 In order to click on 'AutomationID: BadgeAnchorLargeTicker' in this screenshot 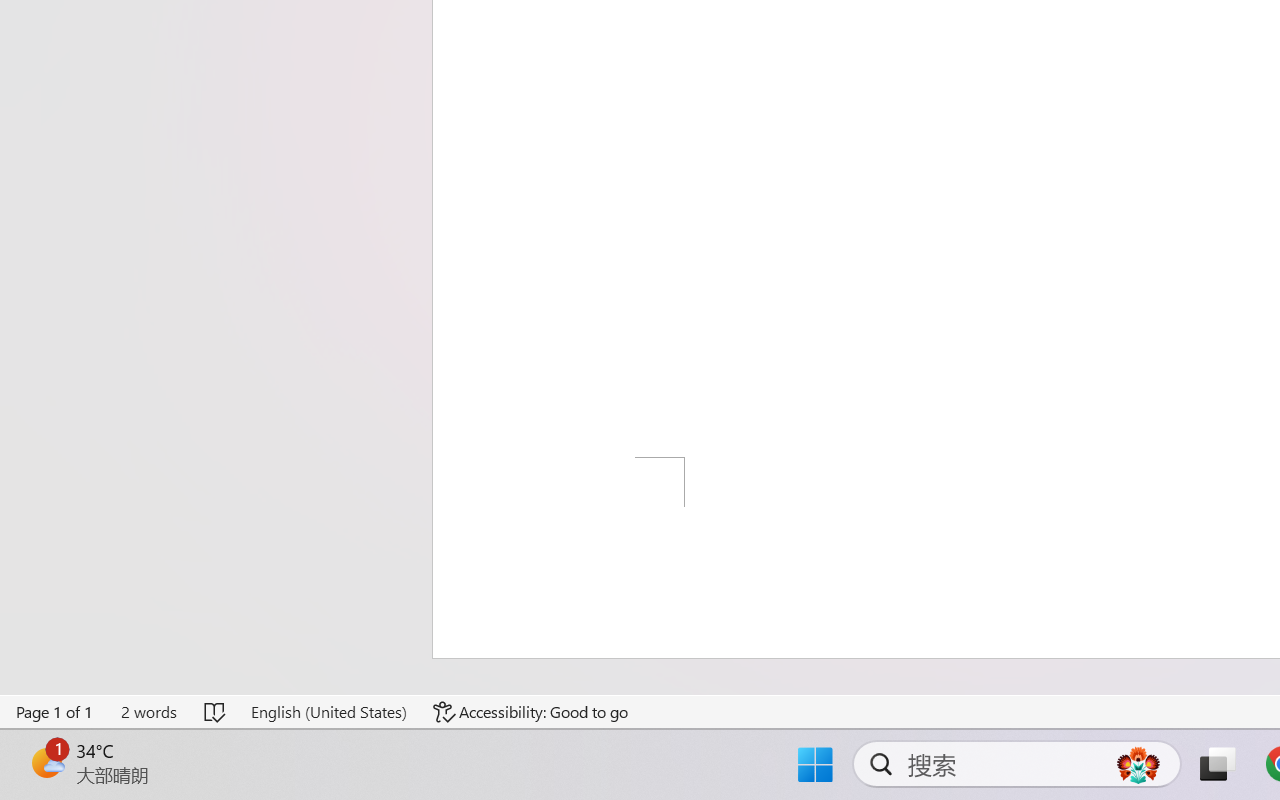, I will do `click(46, 762)`.